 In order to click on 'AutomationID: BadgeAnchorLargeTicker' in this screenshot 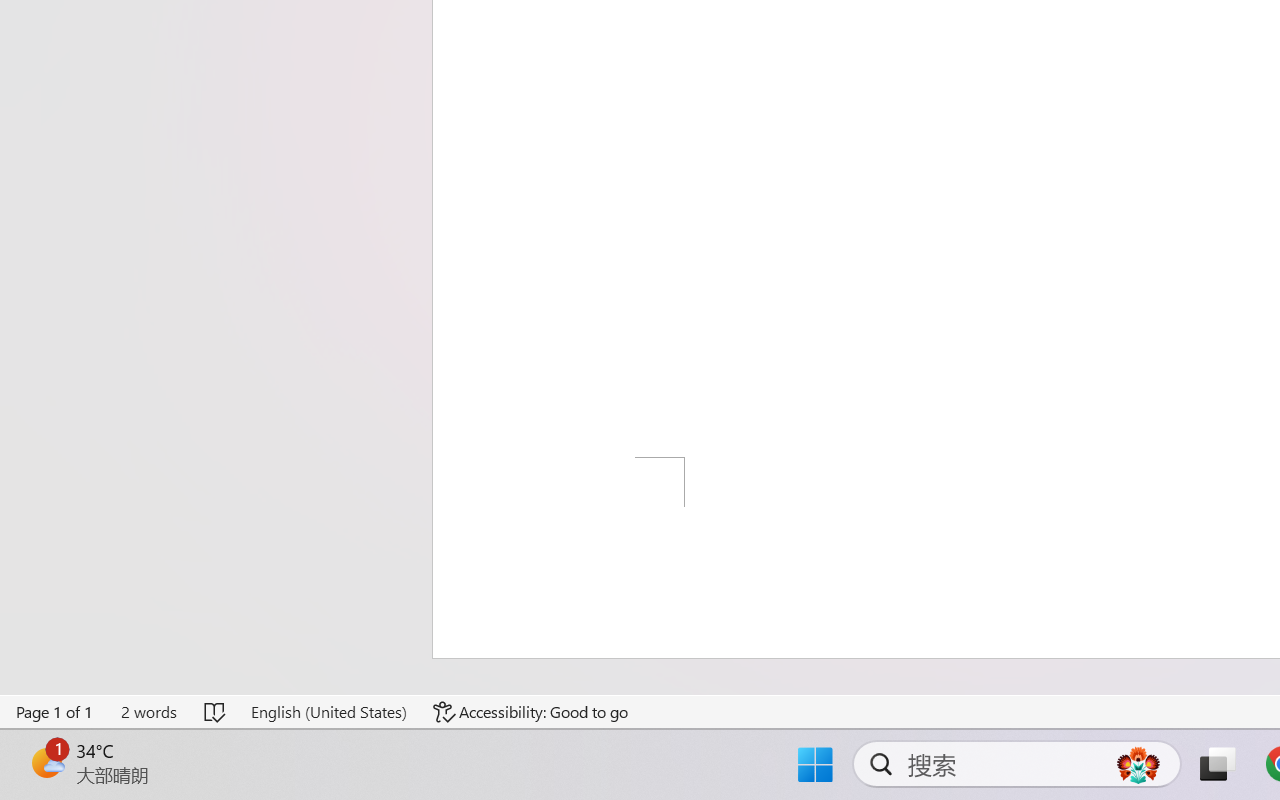, I will do `click(46, 762)`.